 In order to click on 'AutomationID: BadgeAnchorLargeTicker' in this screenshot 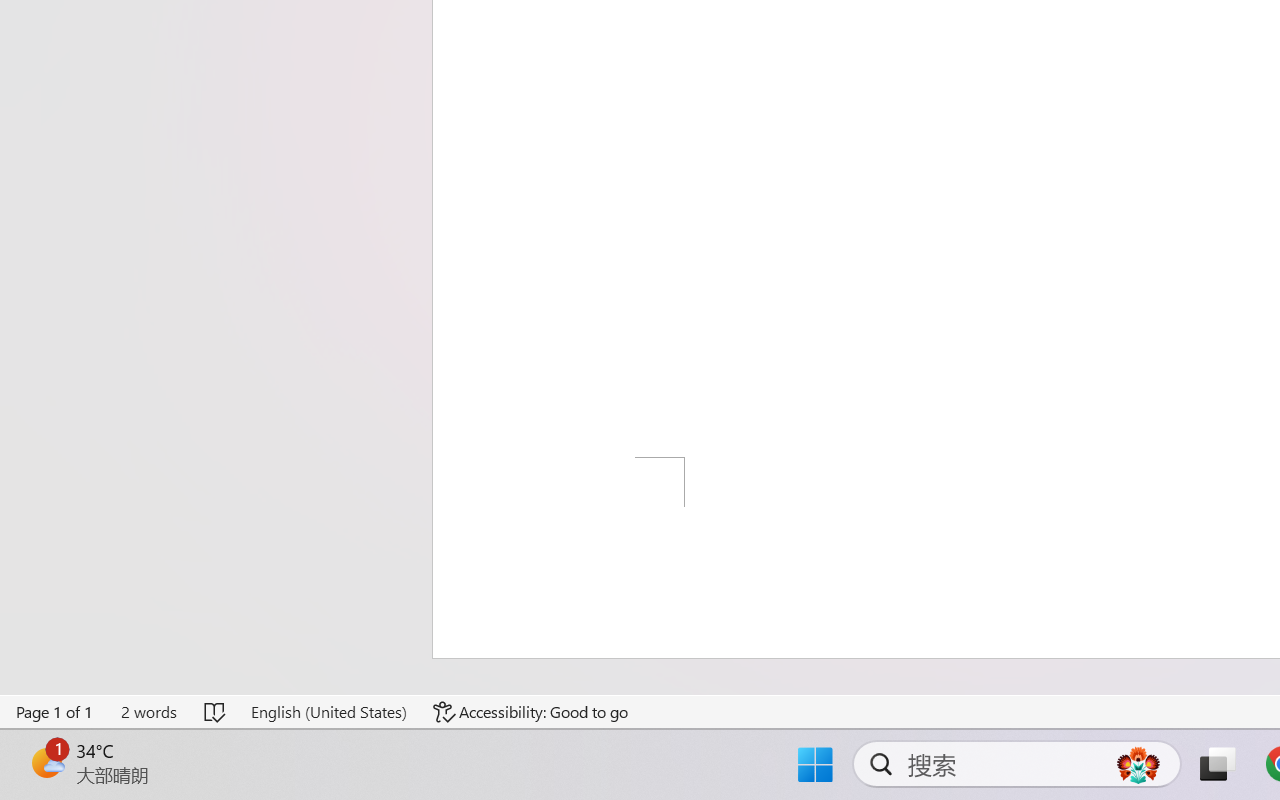, I will do `click(46, 762)`.